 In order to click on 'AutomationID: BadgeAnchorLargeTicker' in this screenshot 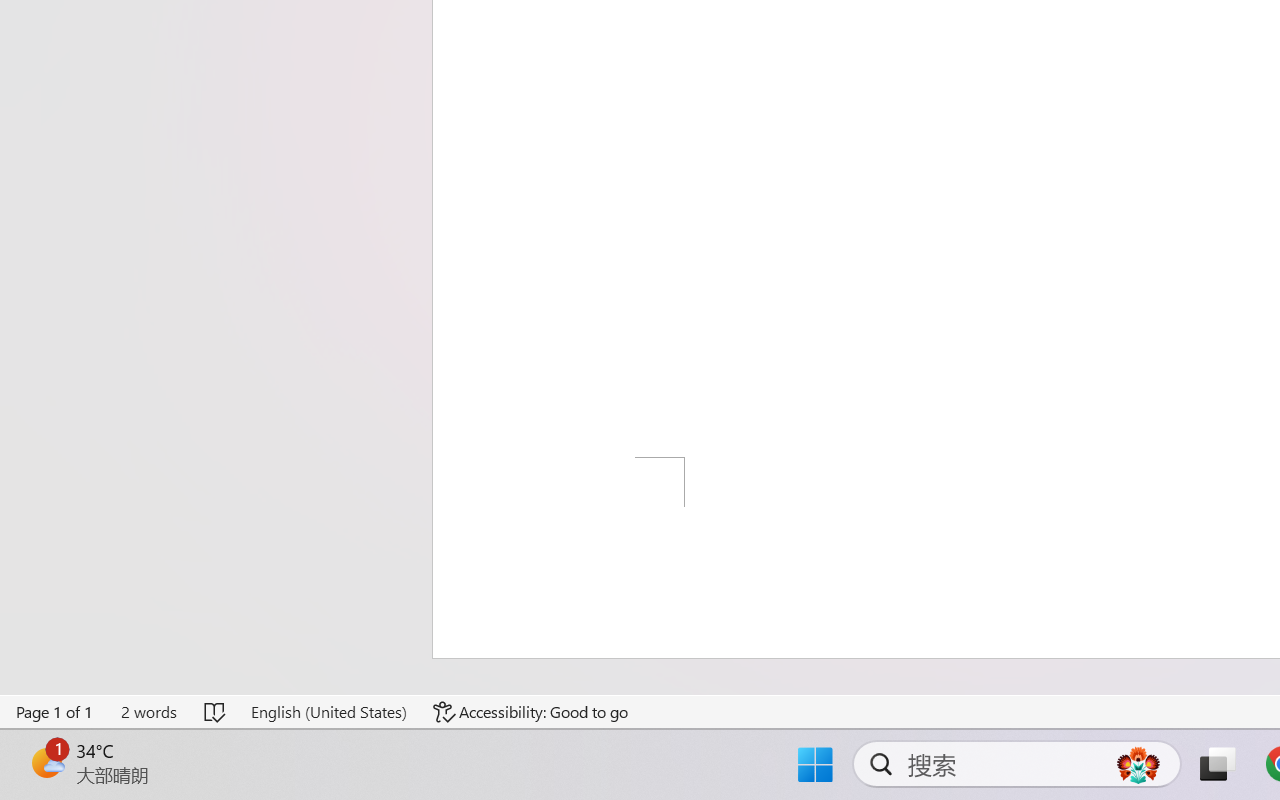, I will do `click(46, 762)`.